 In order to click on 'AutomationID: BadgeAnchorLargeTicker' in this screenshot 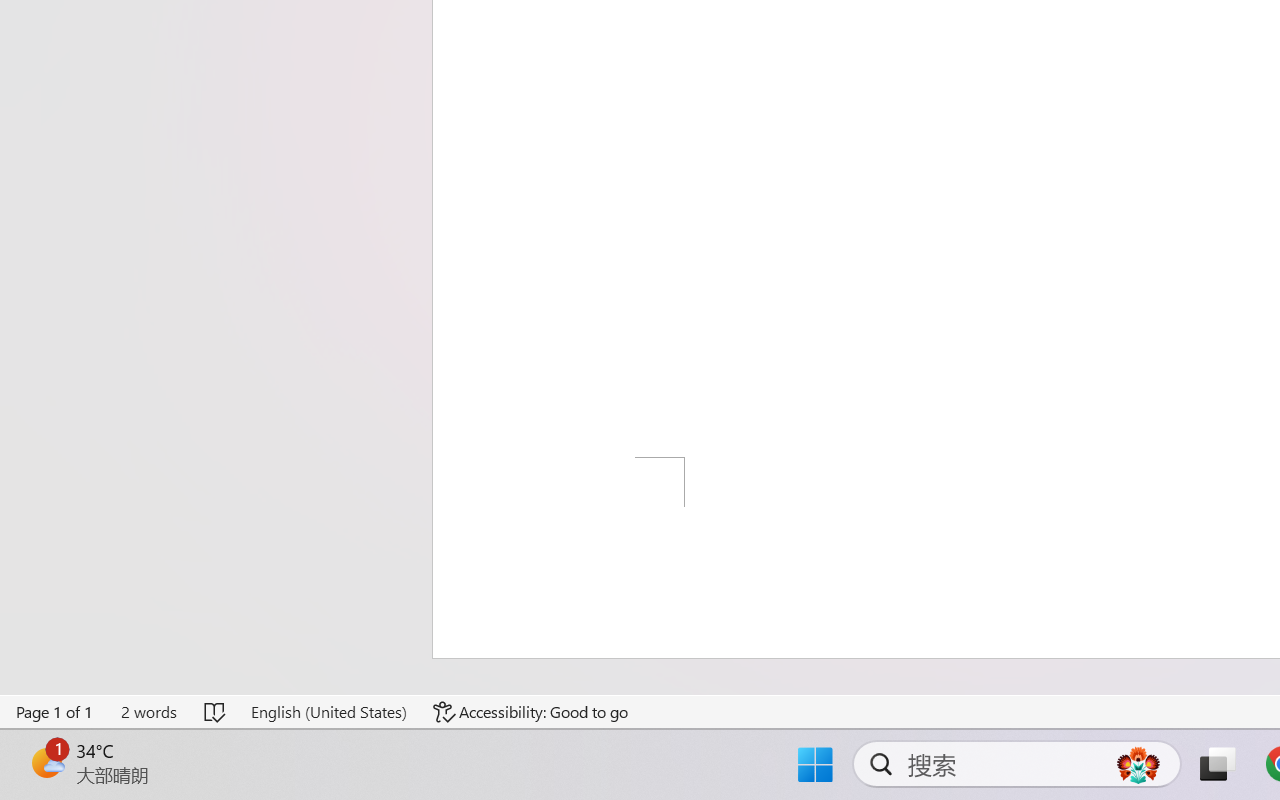, I will do `click(46, 762)`.